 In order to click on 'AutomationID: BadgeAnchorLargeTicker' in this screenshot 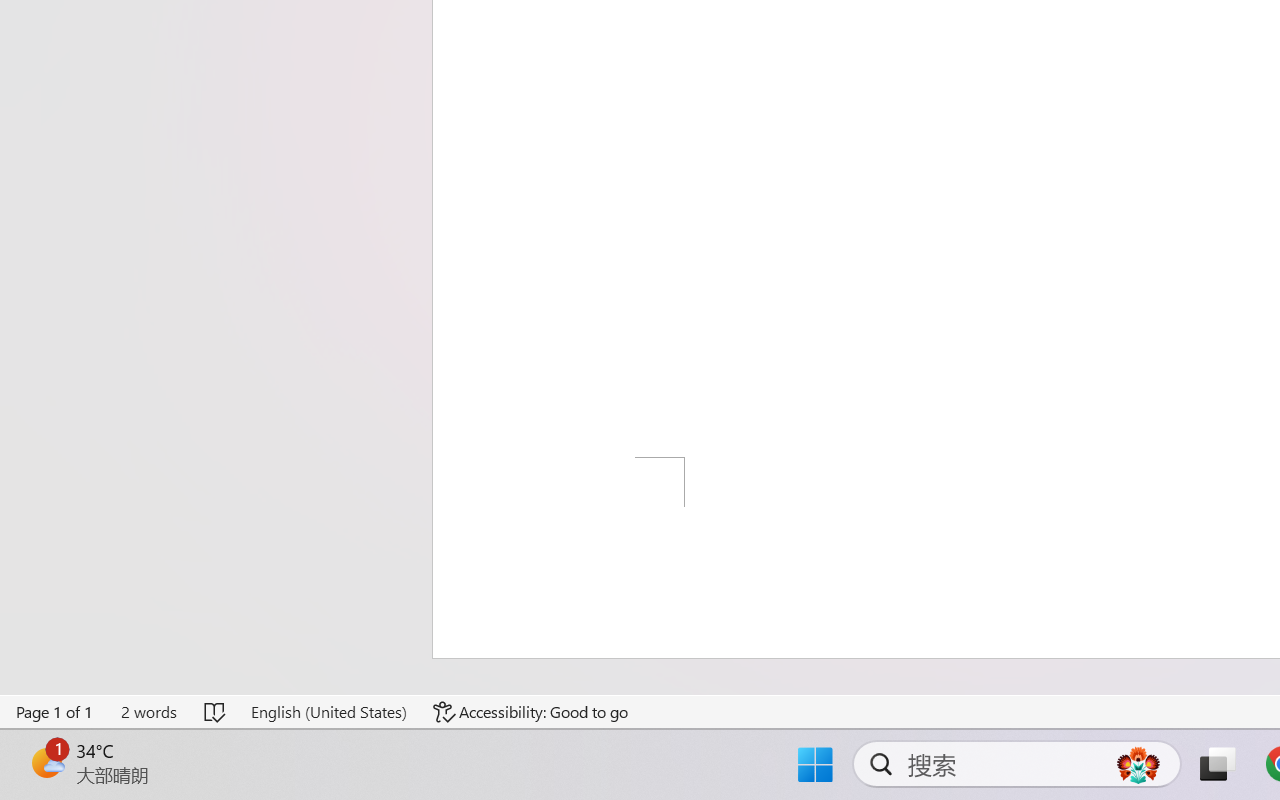, I will do `click(46, 762)`.